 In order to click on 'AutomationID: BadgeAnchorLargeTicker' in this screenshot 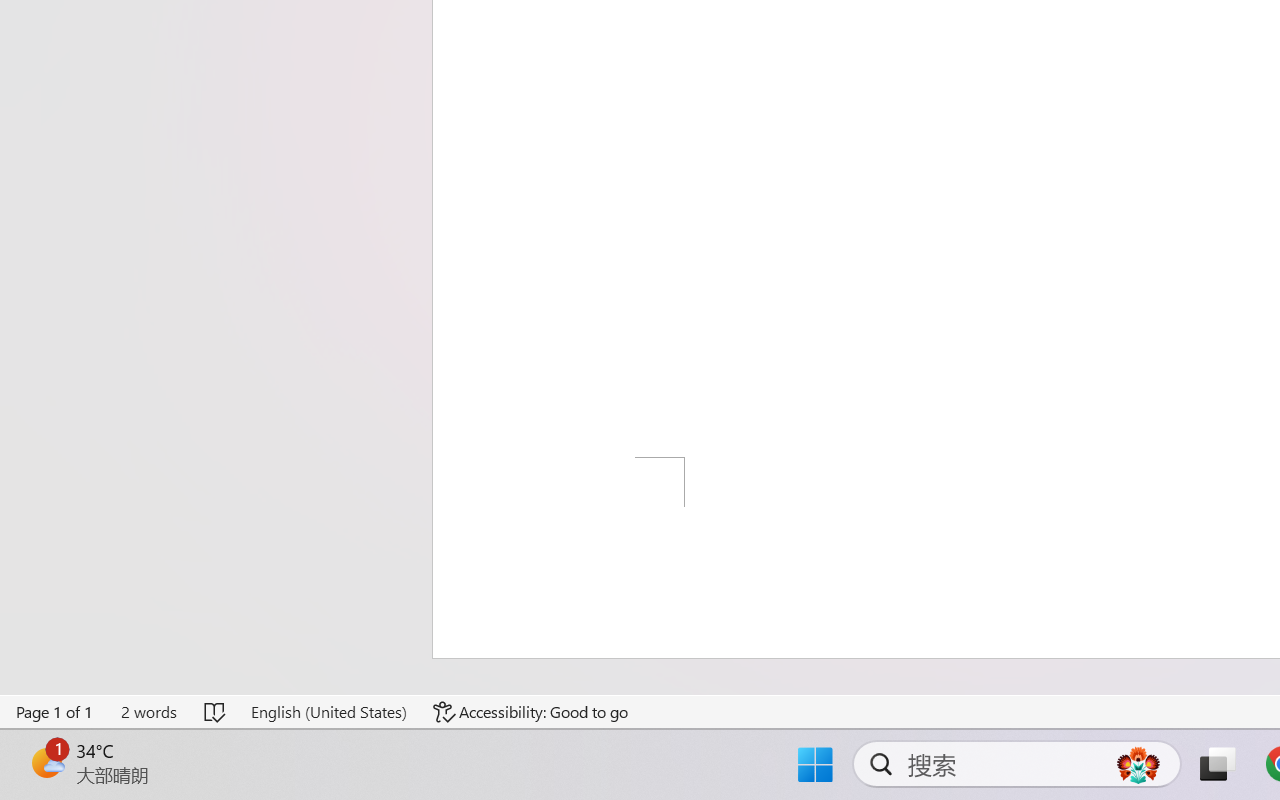, I will do `click(46, 762)`.